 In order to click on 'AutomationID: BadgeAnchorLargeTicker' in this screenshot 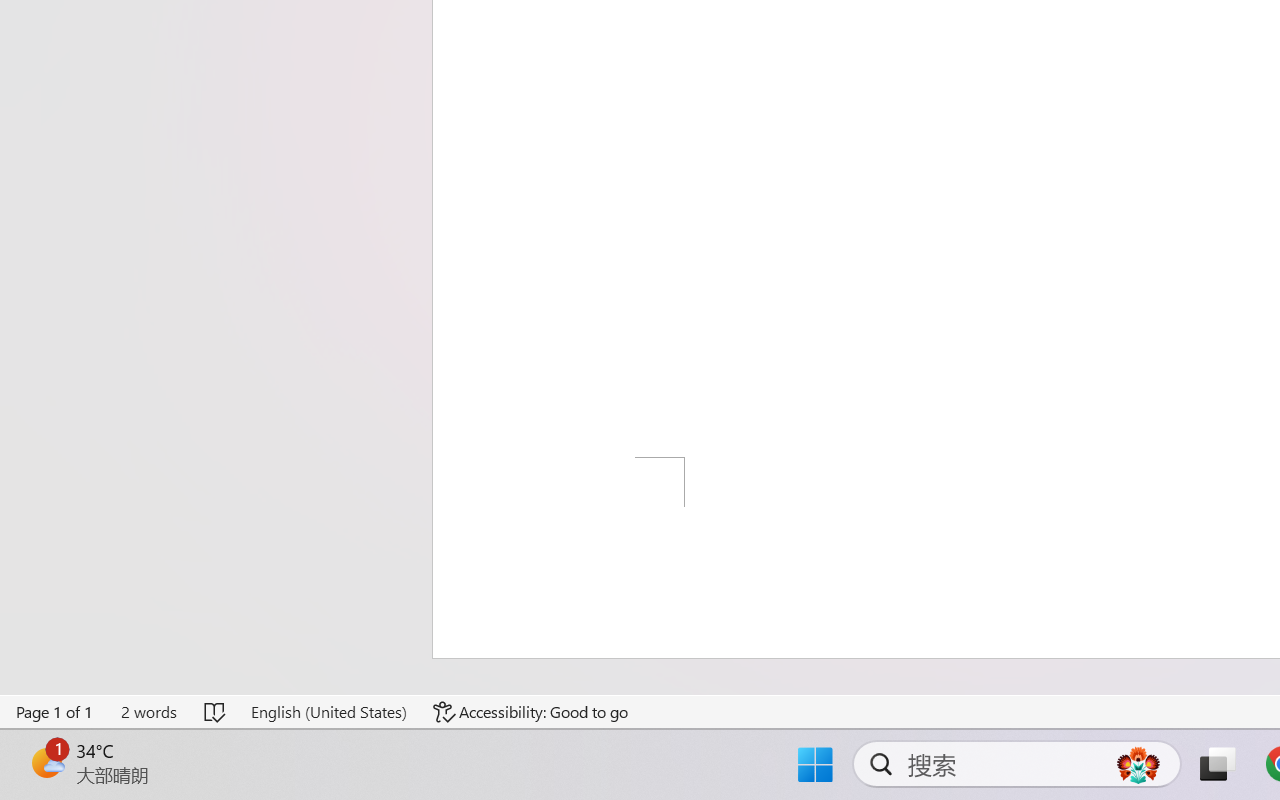, I will do `click(46, 762)`.